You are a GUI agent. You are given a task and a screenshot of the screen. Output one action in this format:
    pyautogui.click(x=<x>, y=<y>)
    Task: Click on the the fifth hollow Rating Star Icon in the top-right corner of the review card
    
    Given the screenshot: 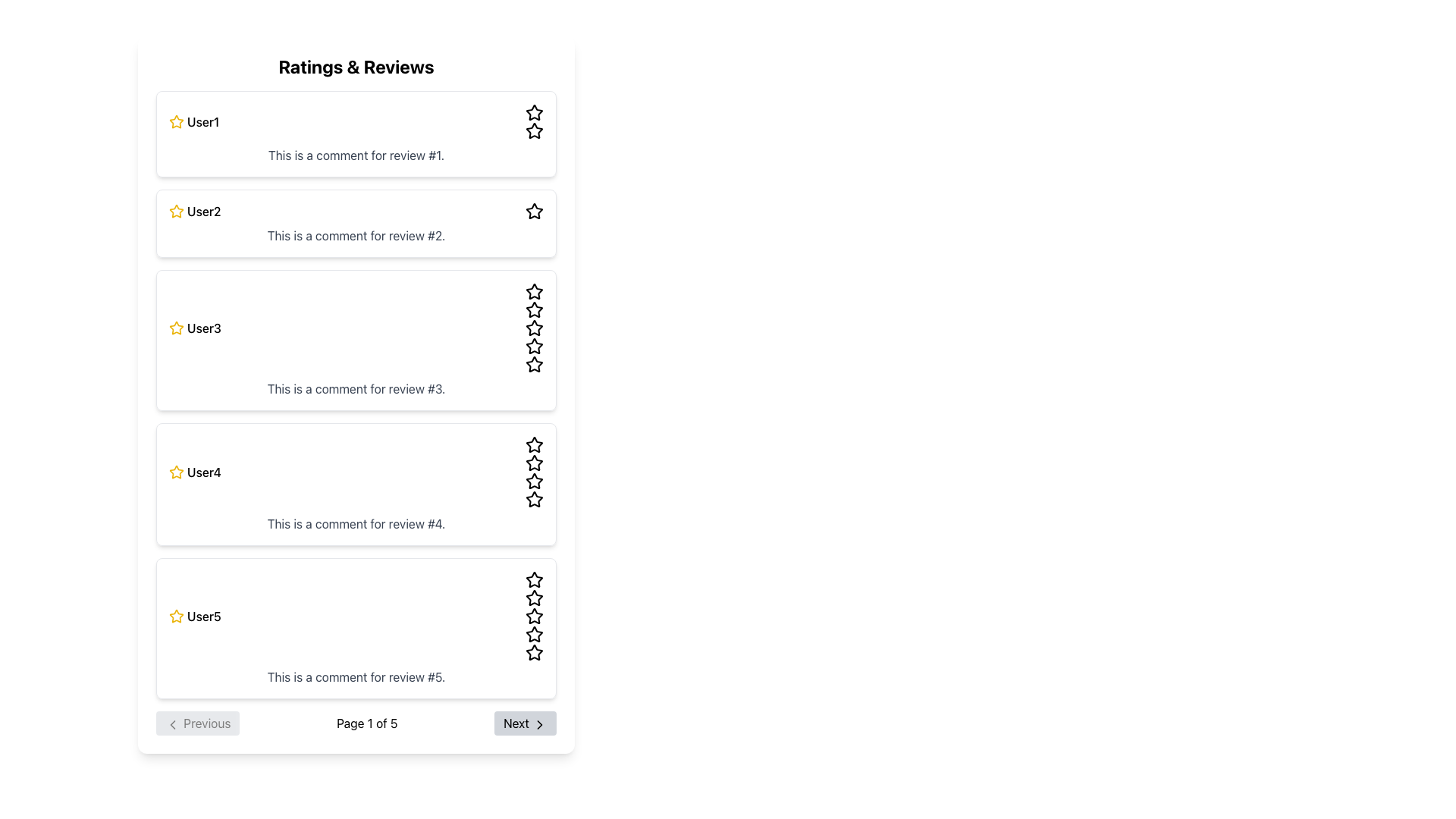 What is the action you would take?
    pyautogui.click(x=535, y=130)
    